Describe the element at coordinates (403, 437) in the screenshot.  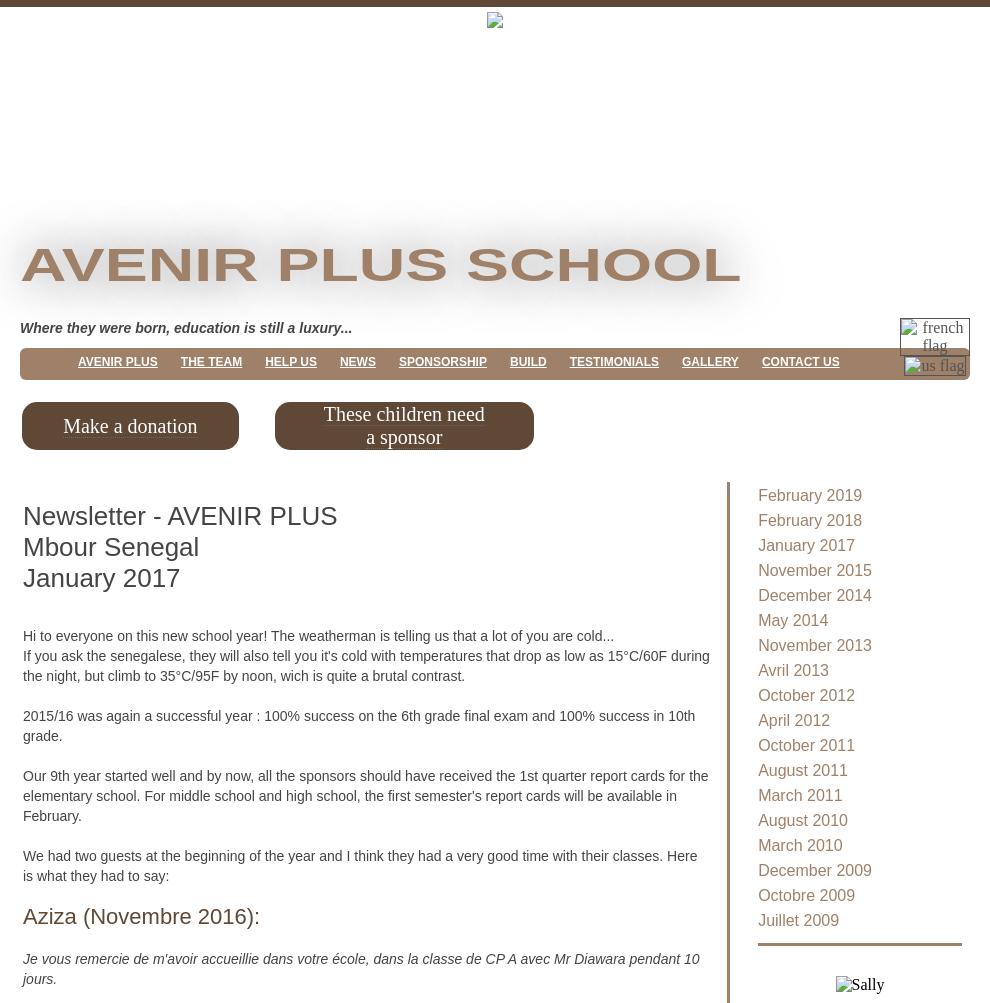
I see `'a sponsor'` at that location.